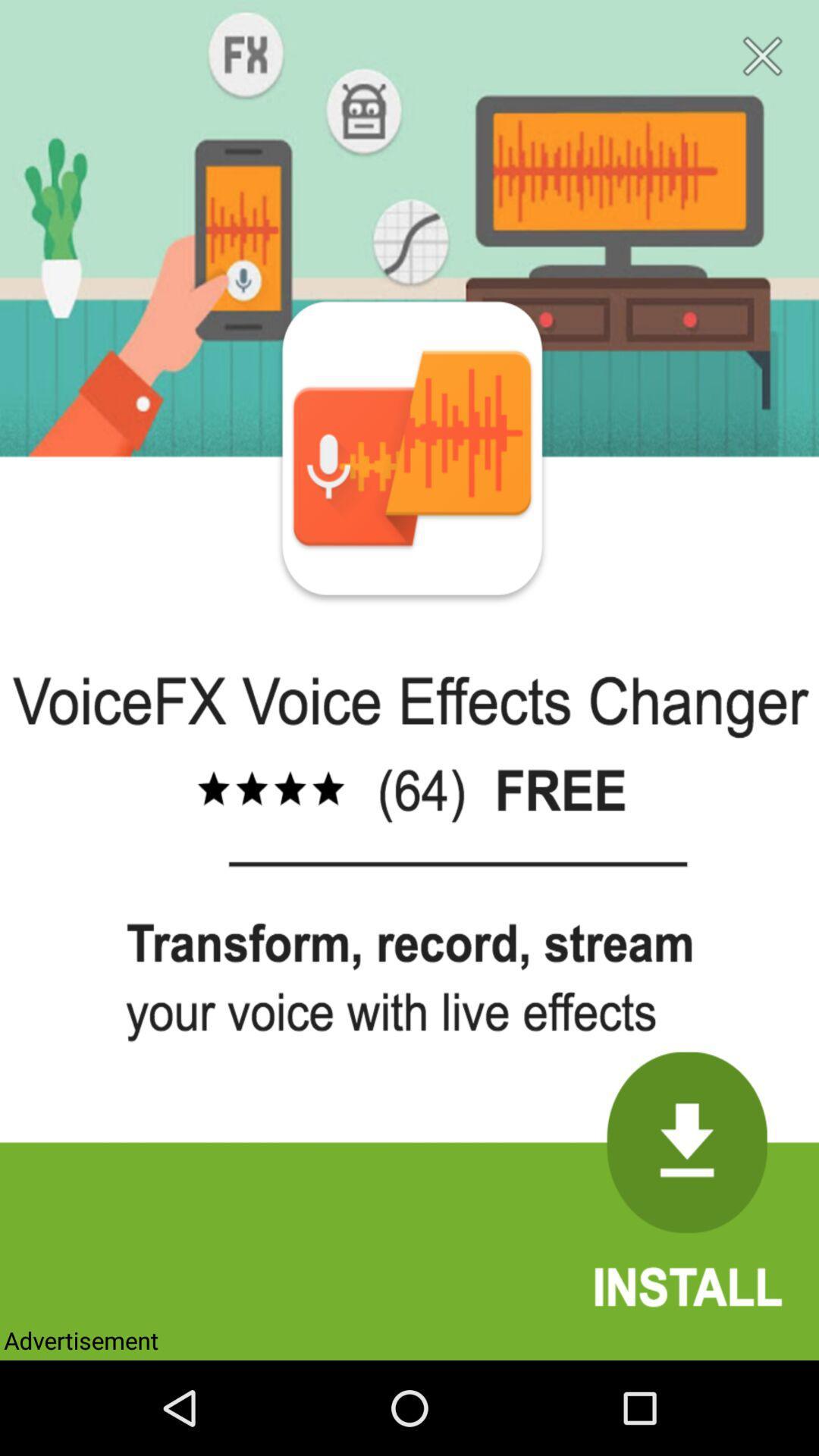 The height and width of the screenshot is (1456, 819). I want to click on the close icon, so click(762, 60).